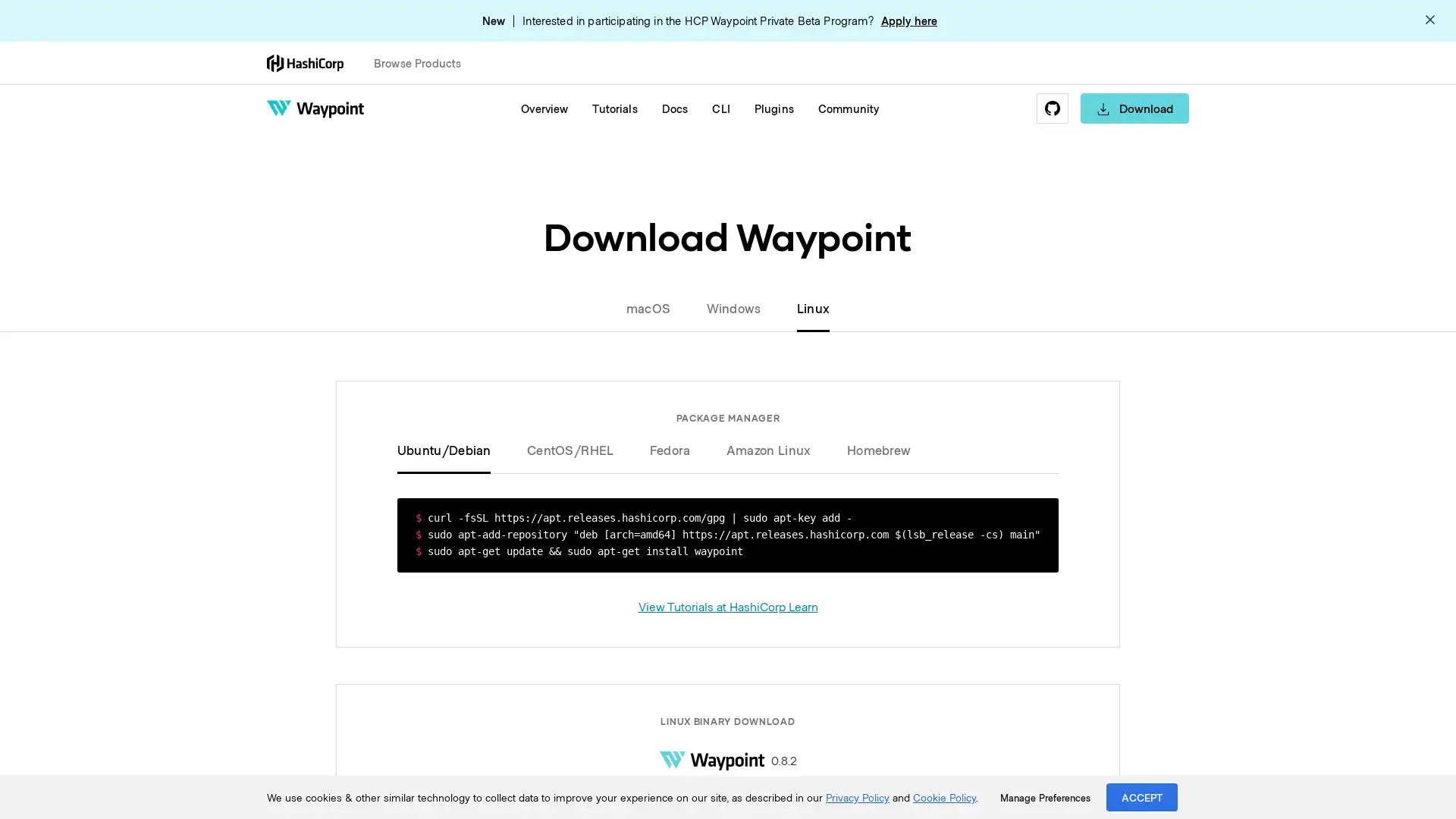  Describe the element at coordinates (1044, 797) in the screenshot. I see `Manage Preferences` at that location.